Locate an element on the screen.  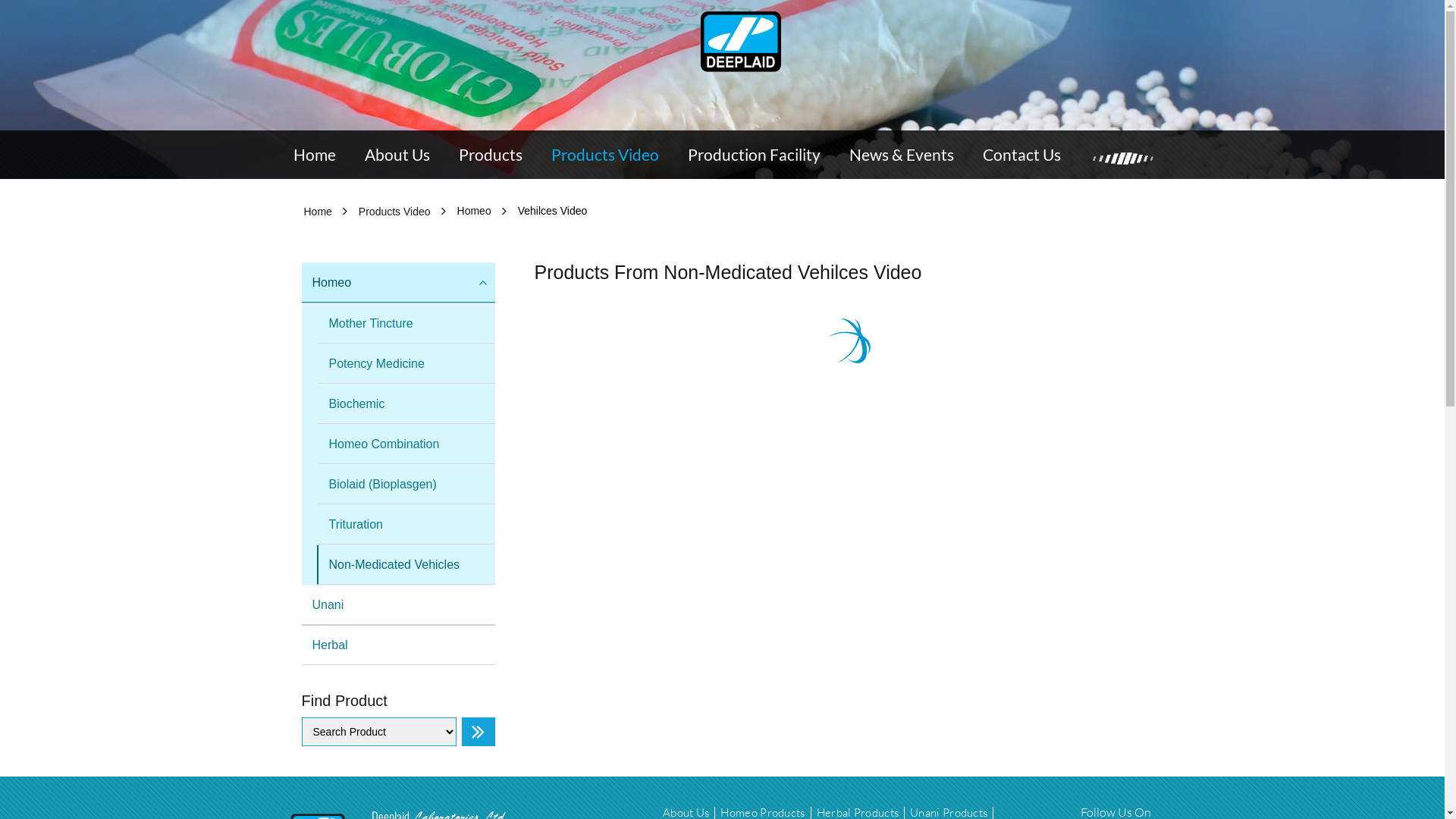
'Home' is located at coordinates (312, 155).